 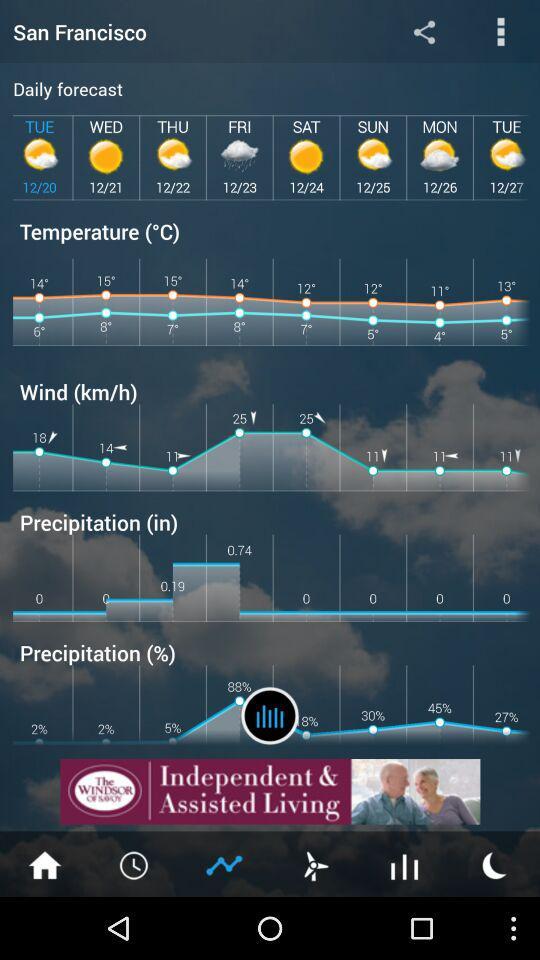 What do you see at coordinates (270, 715) in the screenshot?
I see `climate changes` at bounding box center [270, 715].